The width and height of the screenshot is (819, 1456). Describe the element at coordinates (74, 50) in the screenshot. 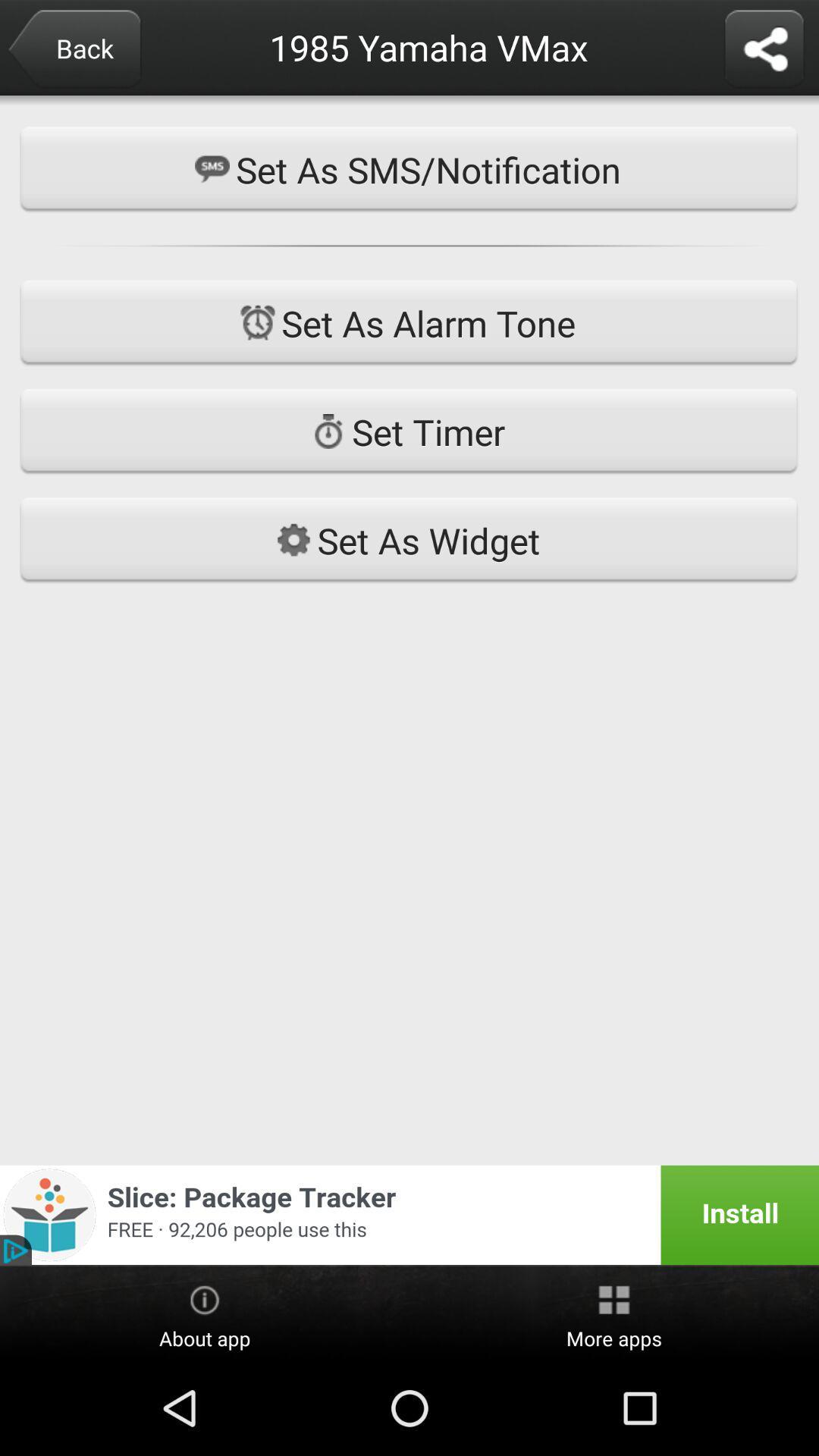

I see `the back item` at that location.